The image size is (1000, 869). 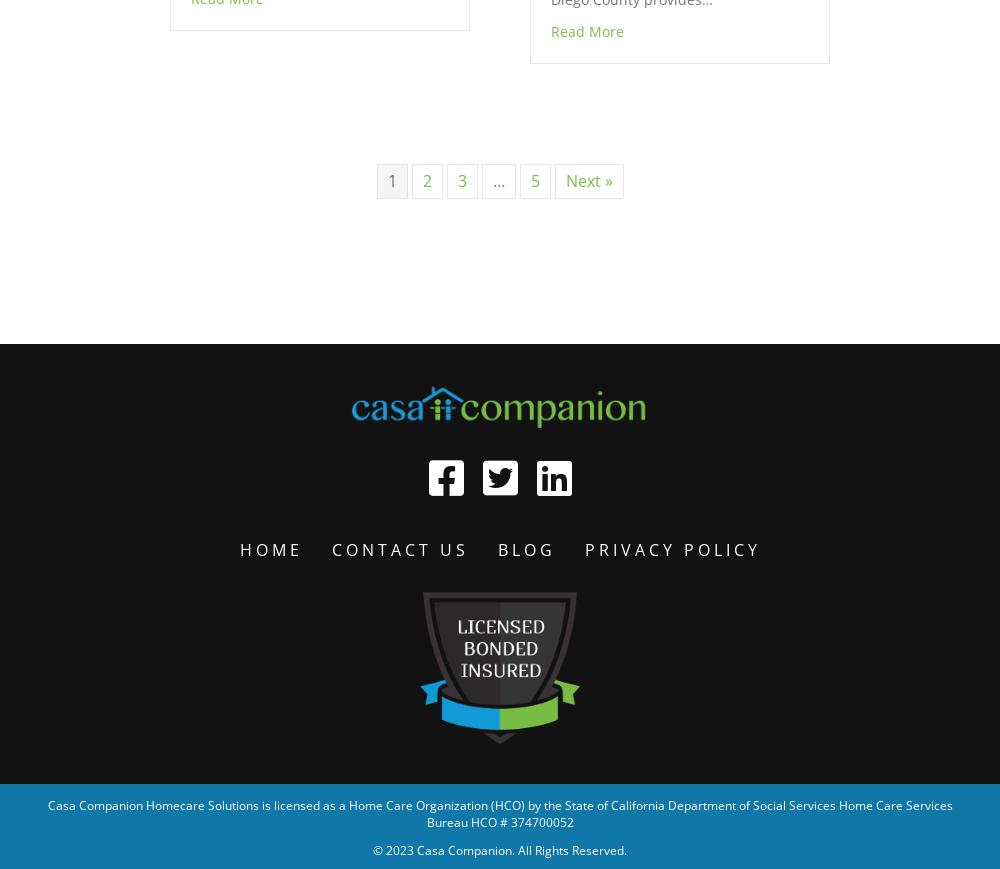 What do you see at coordinates (238, 549) in the screenshot?
I see `'Home'` at bounding box center [238, 549].